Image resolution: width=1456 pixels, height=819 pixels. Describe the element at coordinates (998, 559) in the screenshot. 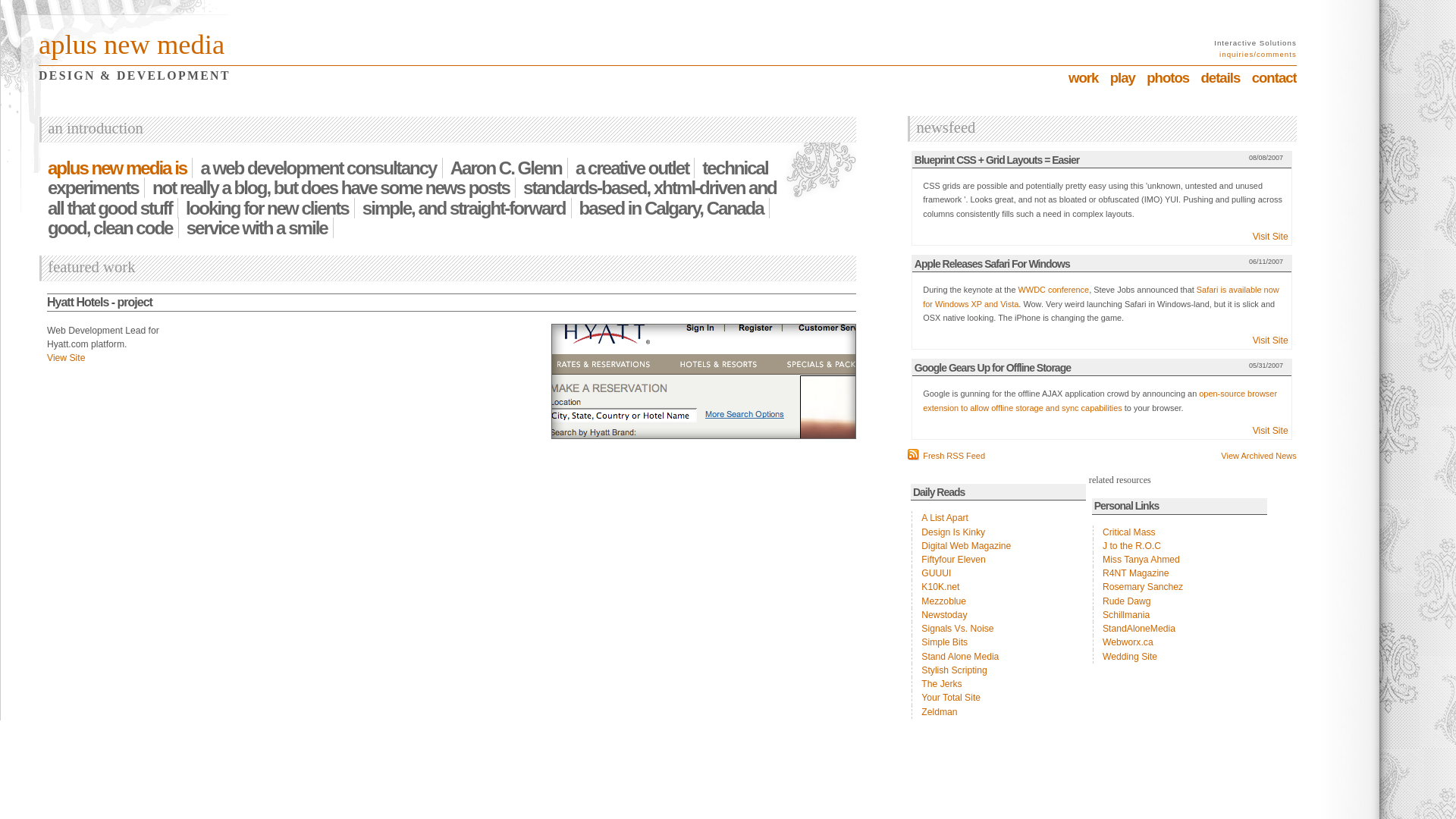

I see `'Fiftyfour Eleven'` at that location.